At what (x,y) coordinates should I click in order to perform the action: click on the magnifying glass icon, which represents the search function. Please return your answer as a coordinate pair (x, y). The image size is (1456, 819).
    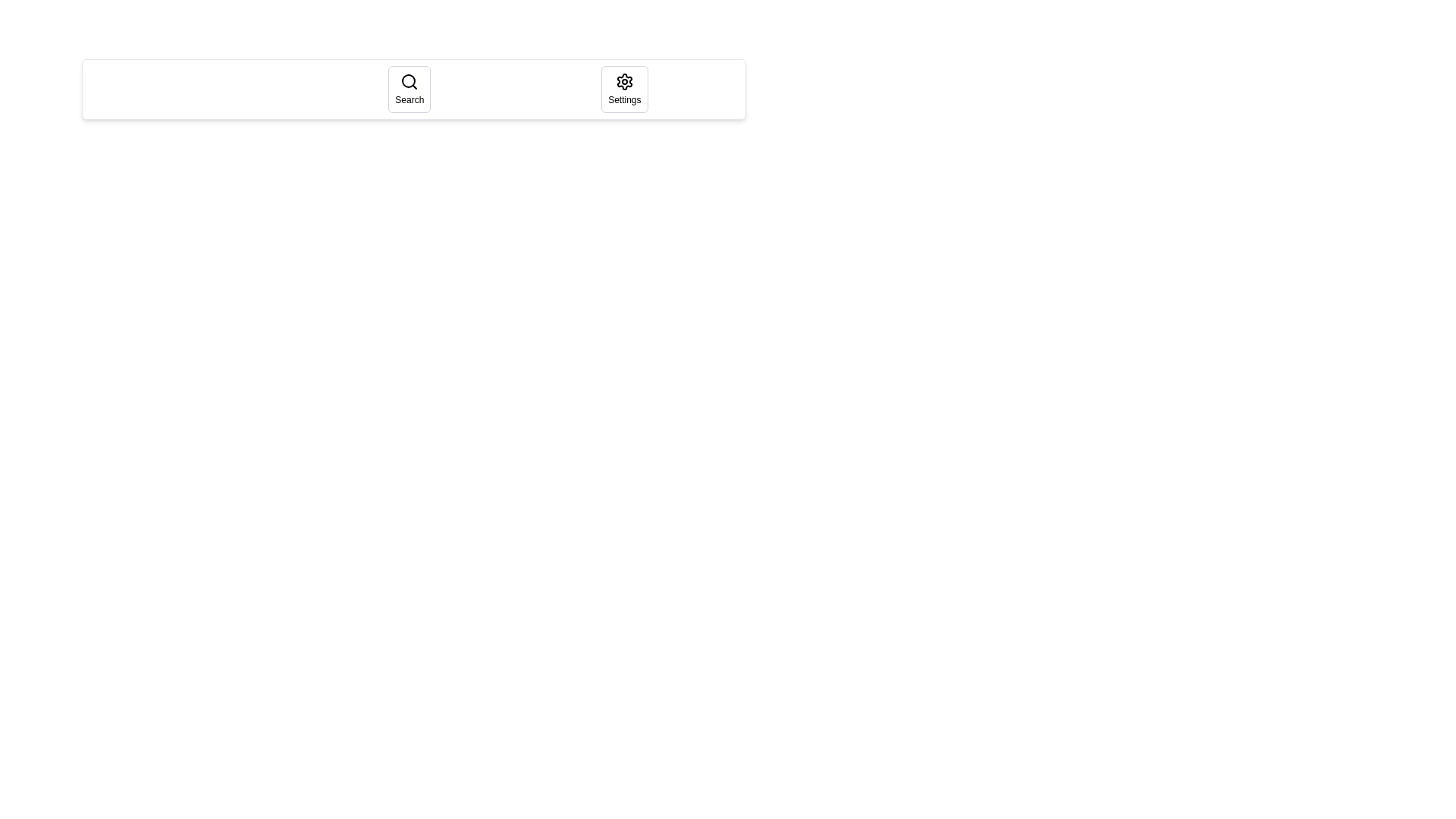
    Looking at the image, I should click on (409, 82).